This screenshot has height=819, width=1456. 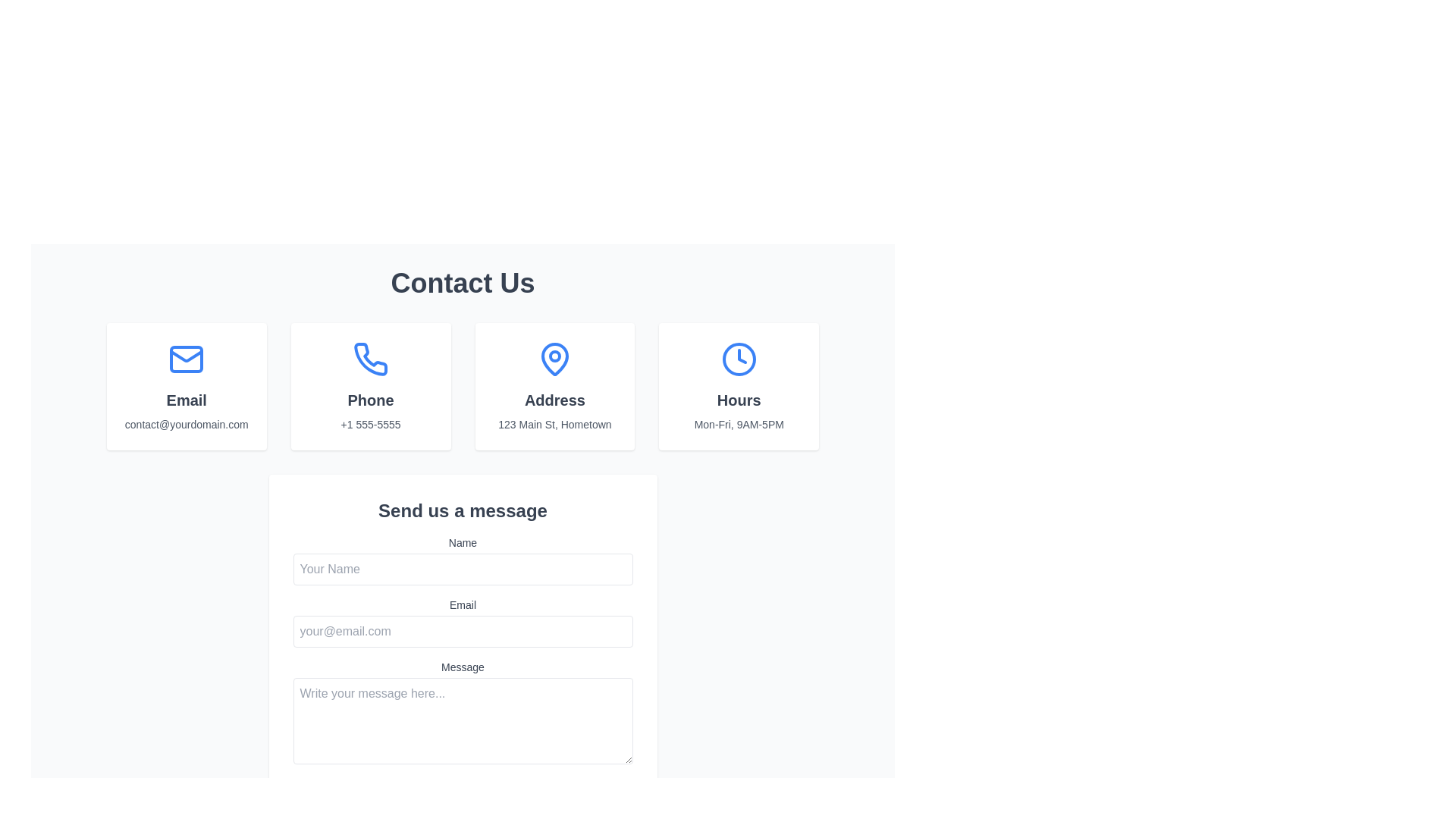 I want to click on the blue phone icon located in the second column above the text 'Phone' and '+1 555-5555', so click(x=371, y=359).